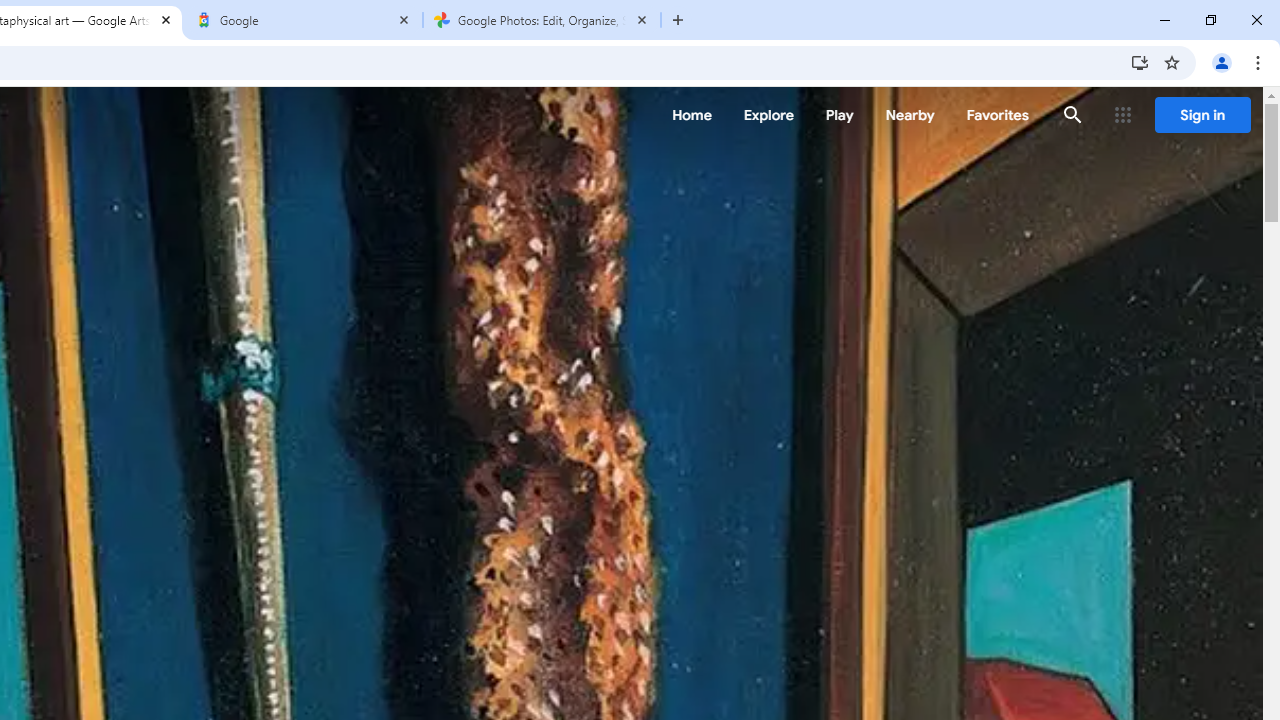 The width and height of the screenshot is (1280, 720). Describe the element at coordinates (303, 20) in the screenshot. I see `'Google'` at that location.